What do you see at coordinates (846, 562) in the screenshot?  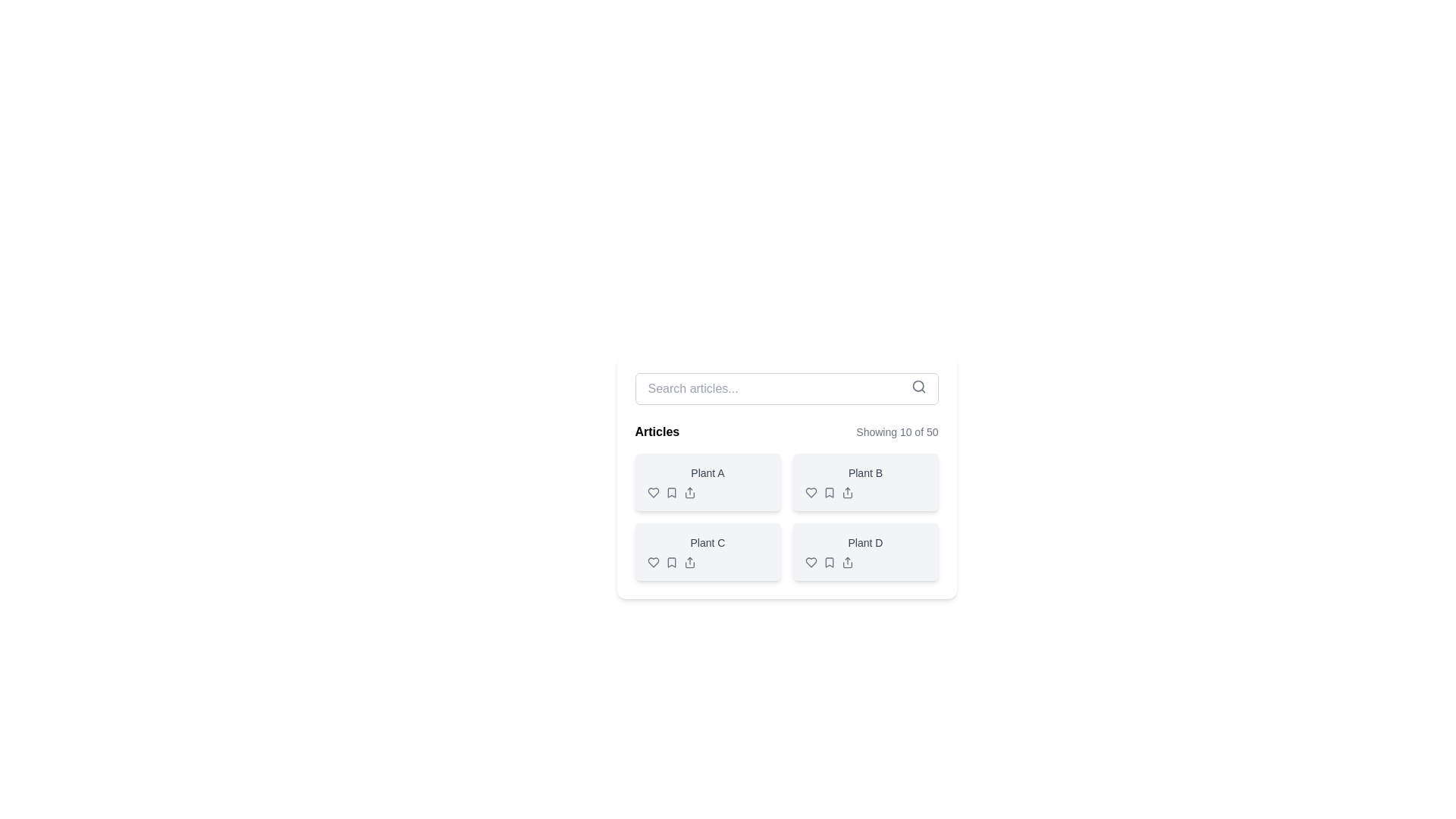 I see `the share icon button located beneath the 'Plant D' card, which is the third icon from the left in the lower-right section of the article listings` at bounding box center [846, 562].